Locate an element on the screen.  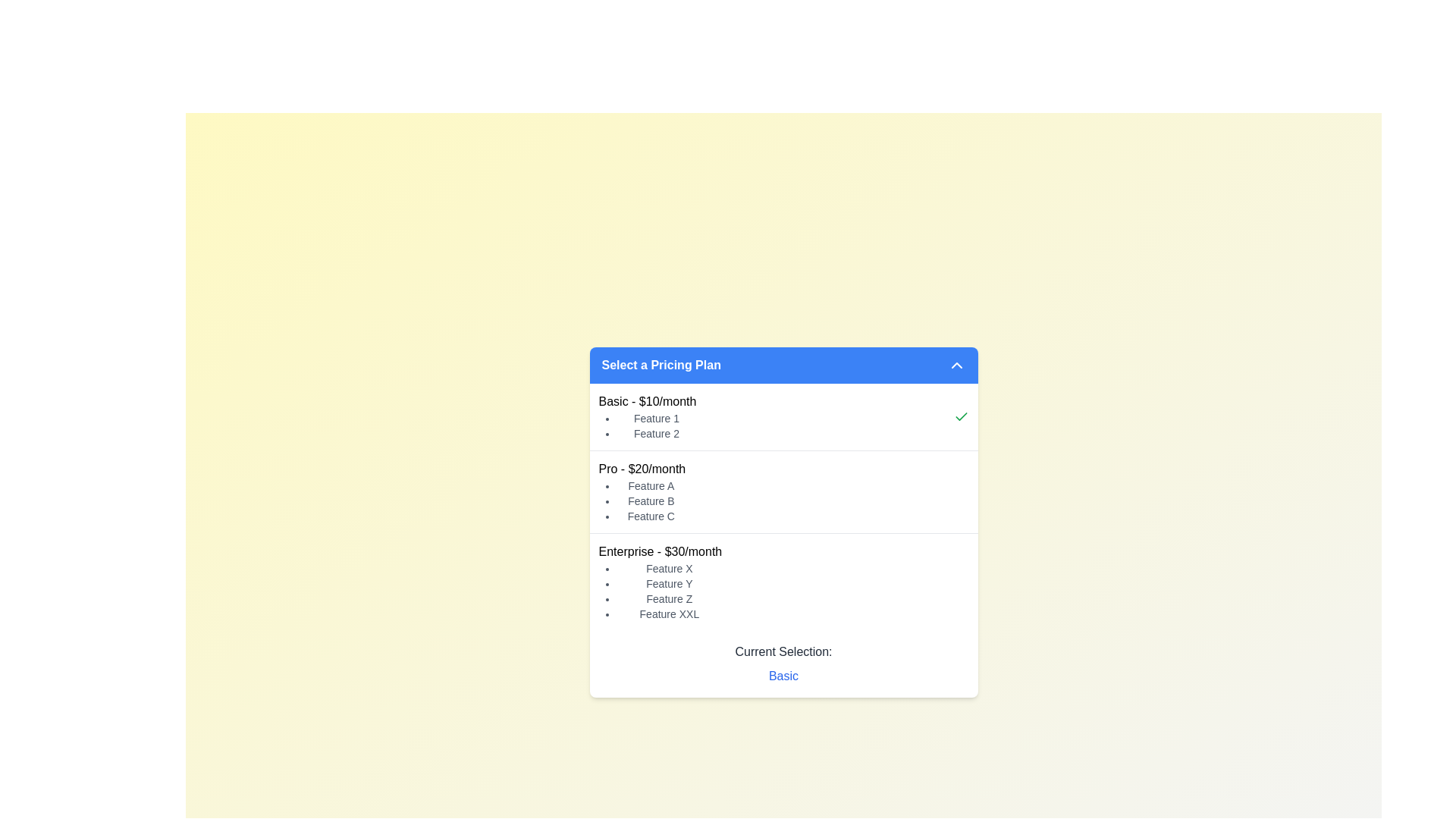
the static text indicator reading 'Feature 2', which is the second item in a bulleted list under the 'Basic - $10/month' section is located at coordinates (656, 433).